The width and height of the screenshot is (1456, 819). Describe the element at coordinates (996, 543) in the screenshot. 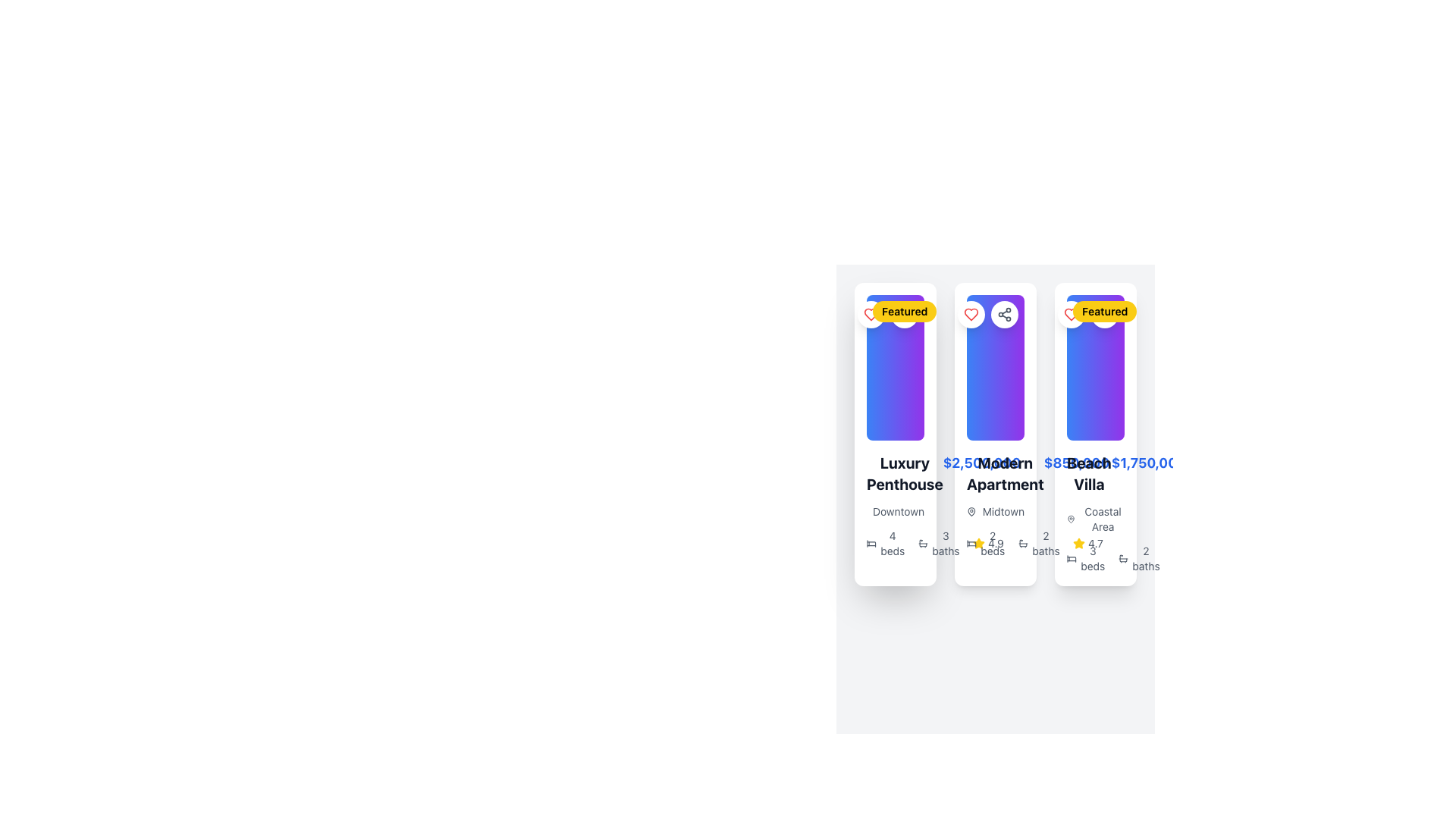

I see `displayed information from the Composite information display located at the bottom of the 'Modern Apartment' card, which includes details about the number of beds, baths, and property rating` at that location.